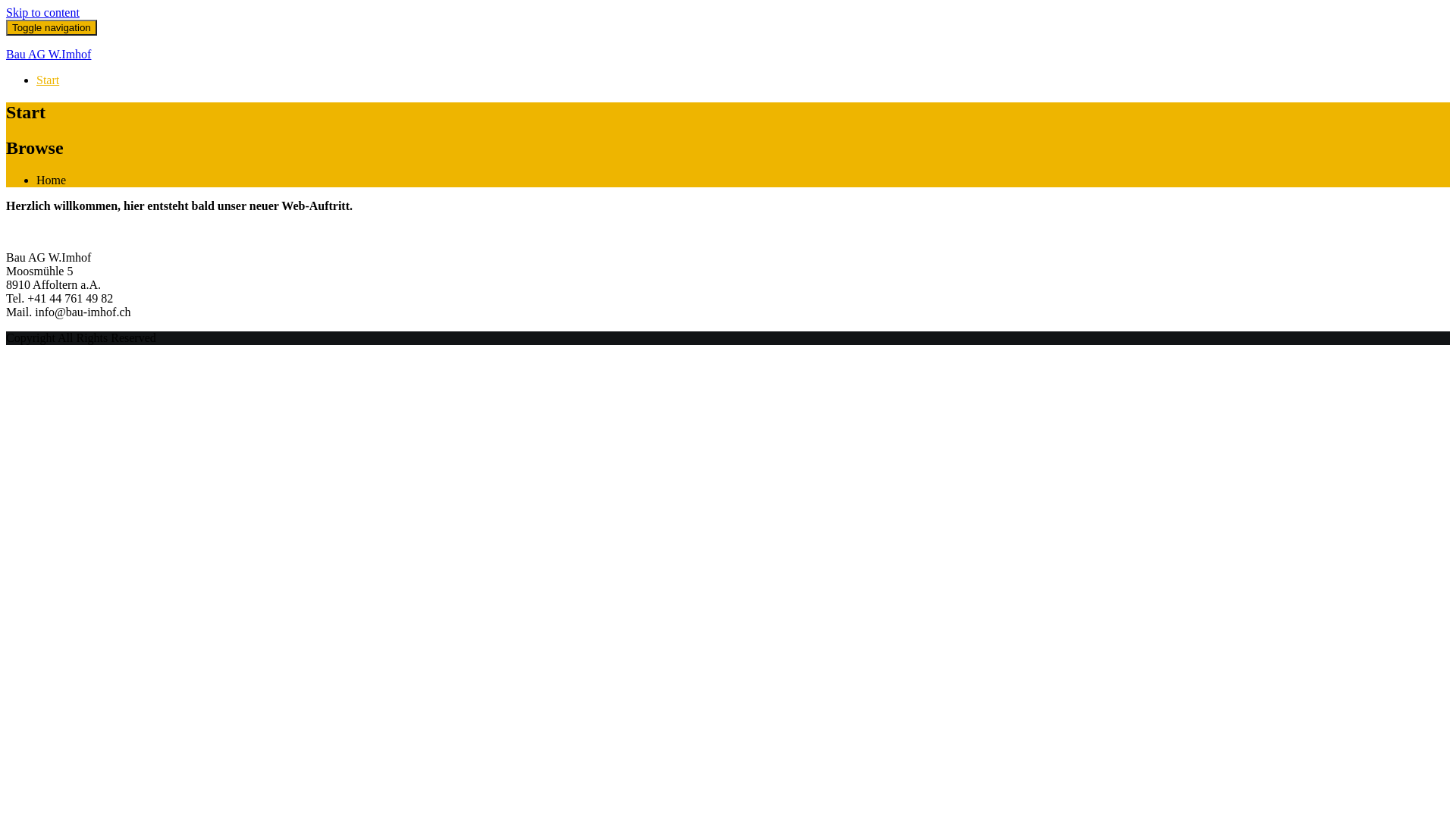  What do you see at coordinates (47, 80) in the screenshot?
I see `'Start'` at bounding box center [47, 80].